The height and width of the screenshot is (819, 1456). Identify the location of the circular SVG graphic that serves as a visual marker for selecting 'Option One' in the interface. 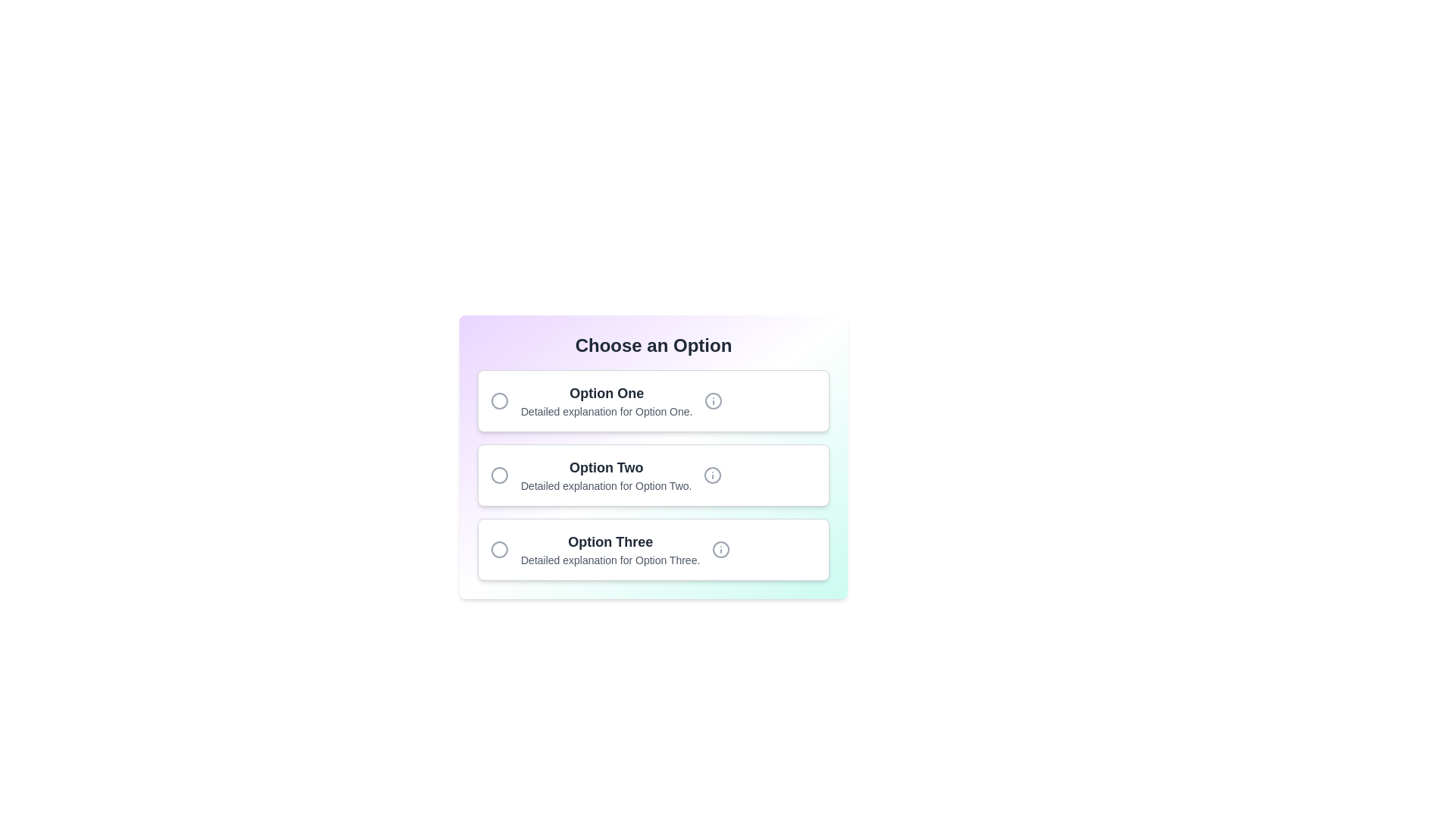
(499, 400).